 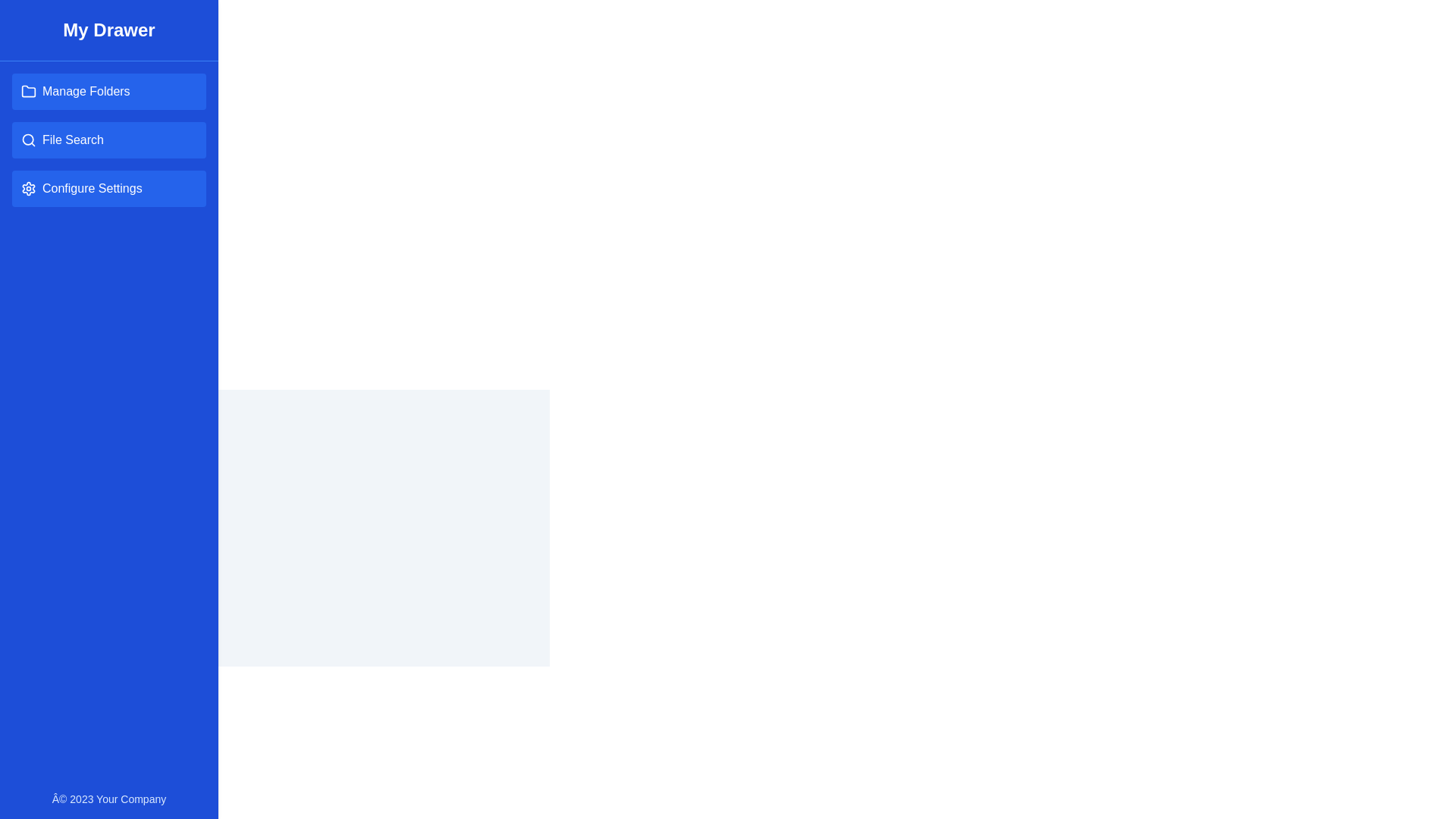 What do you see at coordinates (108, 91) in the screenshot?
I see `the navigation item Manage Folders in the drawer` at bounding box center [108, 91].